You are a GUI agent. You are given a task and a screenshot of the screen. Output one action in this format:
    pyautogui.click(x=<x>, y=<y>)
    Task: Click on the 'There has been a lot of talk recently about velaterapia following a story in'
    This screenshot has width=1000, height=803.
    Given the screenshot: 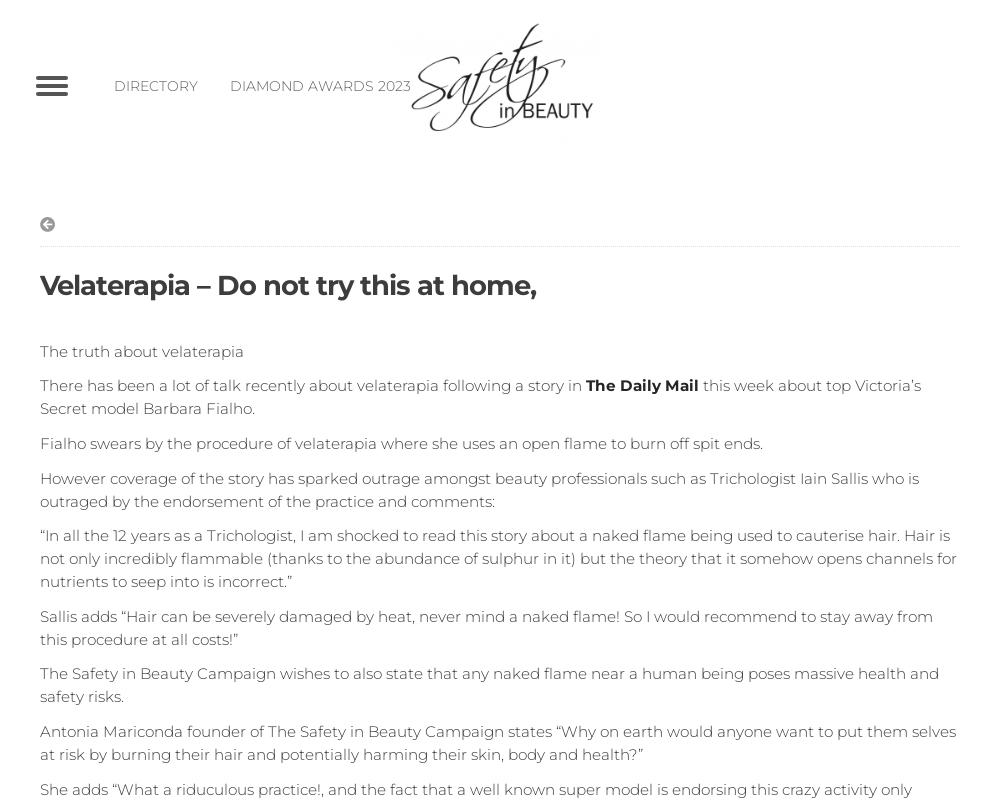 What is the action you would take?
    pyautogui.click(x=312, y=385)
    